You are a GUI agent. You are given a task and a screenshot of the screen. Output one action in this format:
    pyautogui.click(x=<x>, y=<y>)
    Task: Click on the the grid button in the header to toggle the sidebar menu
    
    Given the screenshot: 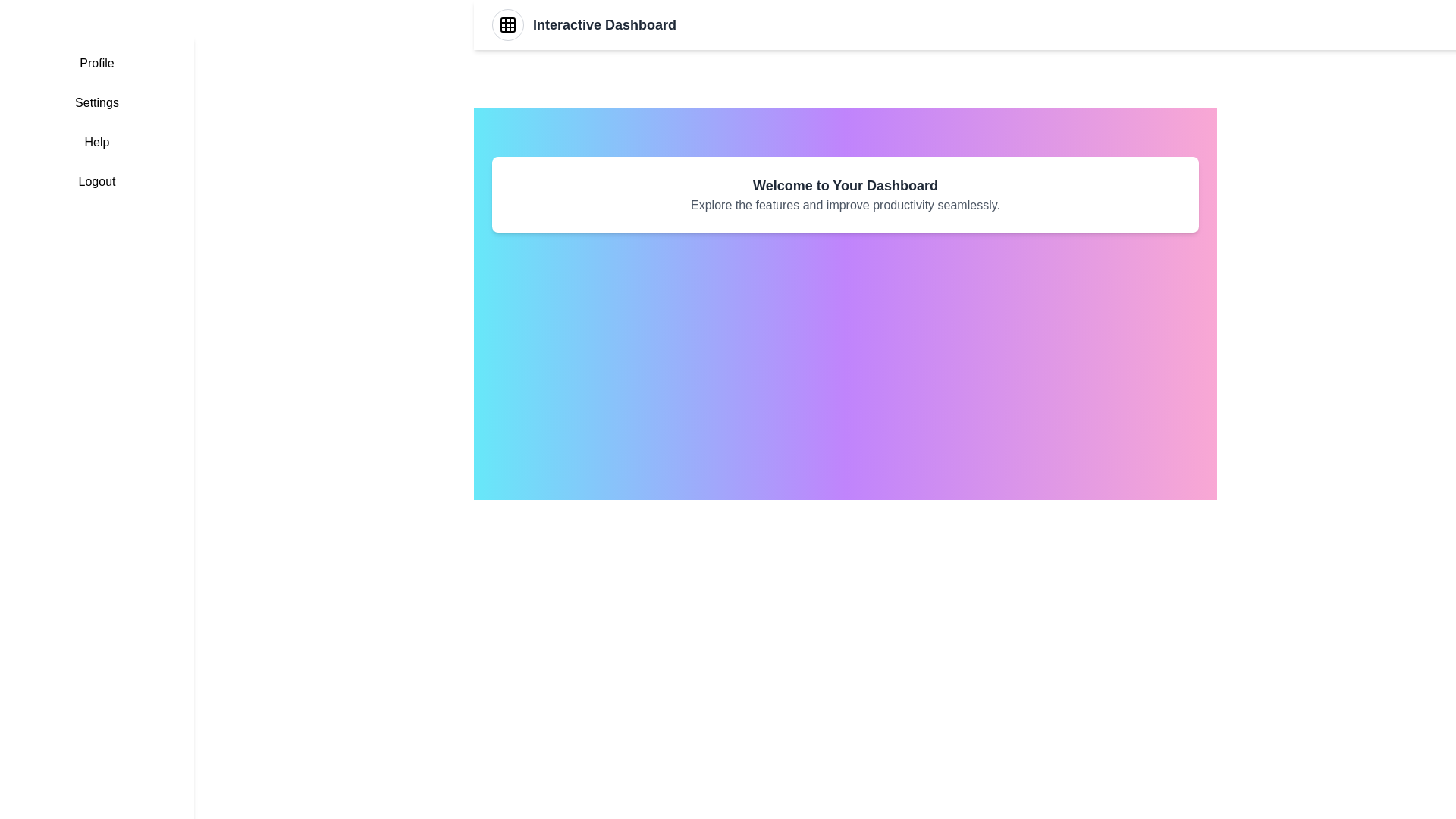 What is the action you would take?
    pyautogui.click(x=508, y=25)
    